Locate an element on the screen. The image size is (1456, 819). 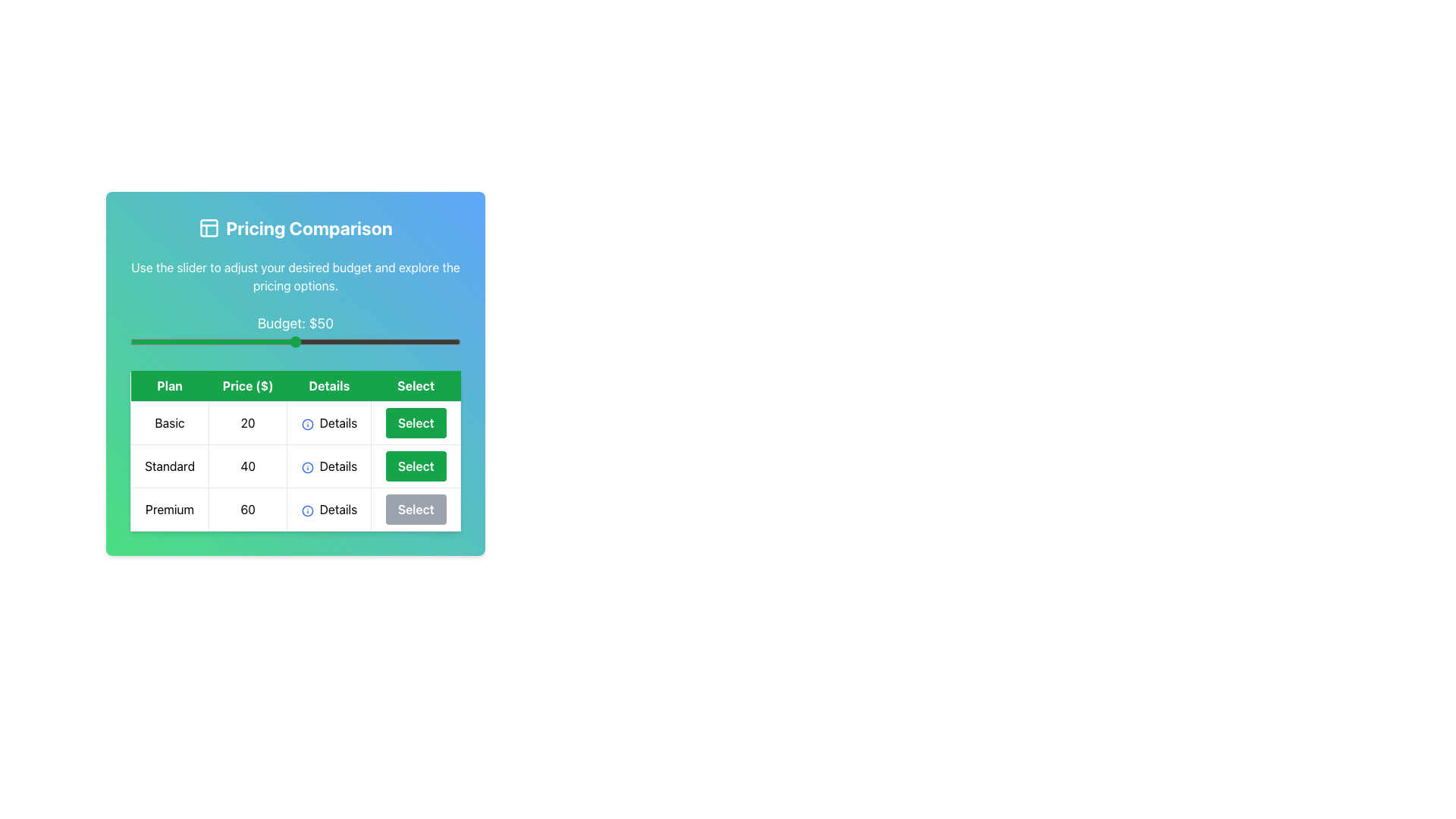
number displayed in the static text box containing '40', located in the second row of the 'Price ($)' column under the 'Pricing Comparison' heading is located at coordinates (248, 465).